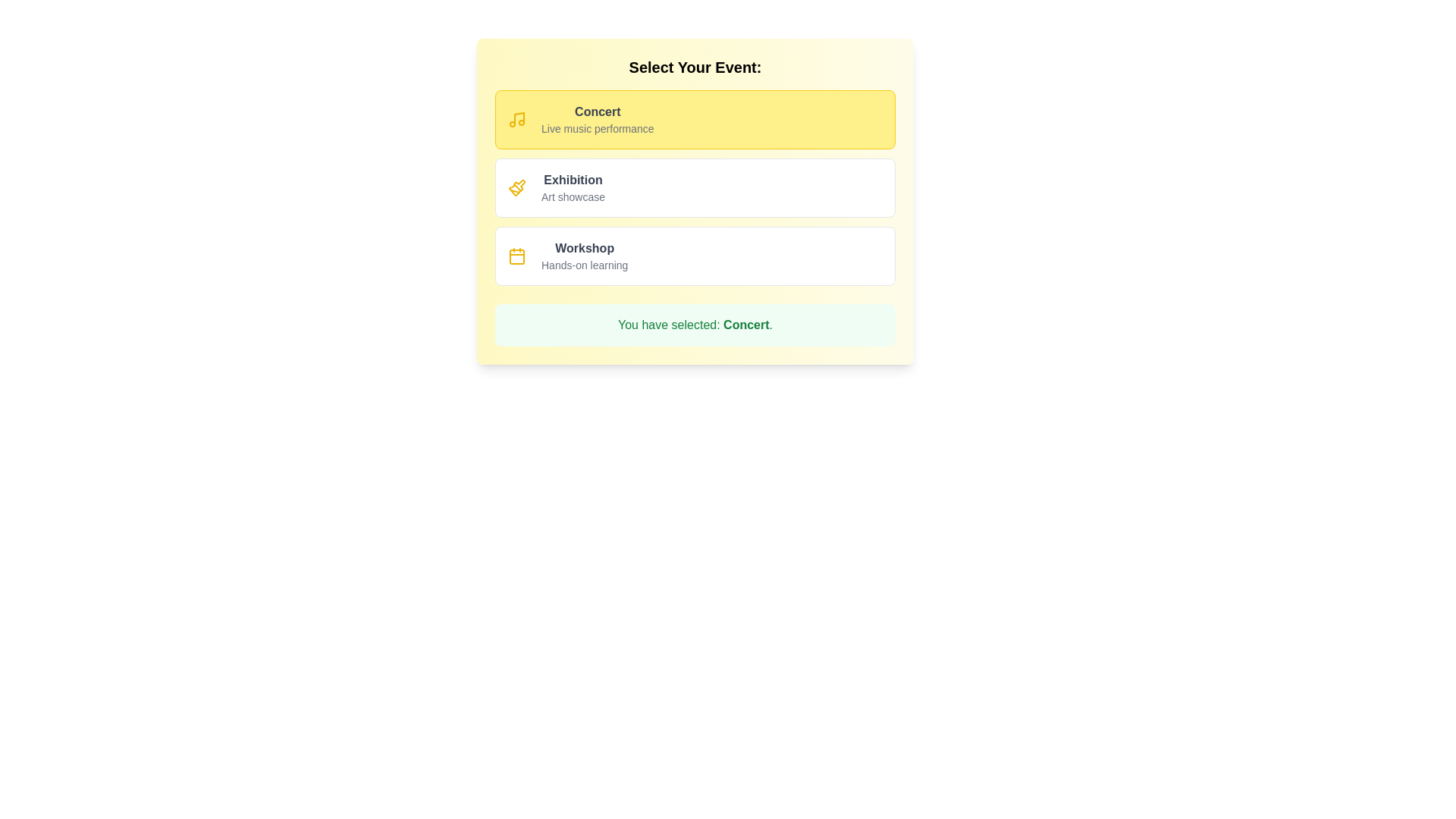  Describe the element at coordinates (584, 256) in the screenshot. I see `the text display element titled 'Workshop' which features a bold dark gray title and a lighter gray subtitle 'Hands-on learning'. This element is located in the third option of a vertical list of event options` at that location.